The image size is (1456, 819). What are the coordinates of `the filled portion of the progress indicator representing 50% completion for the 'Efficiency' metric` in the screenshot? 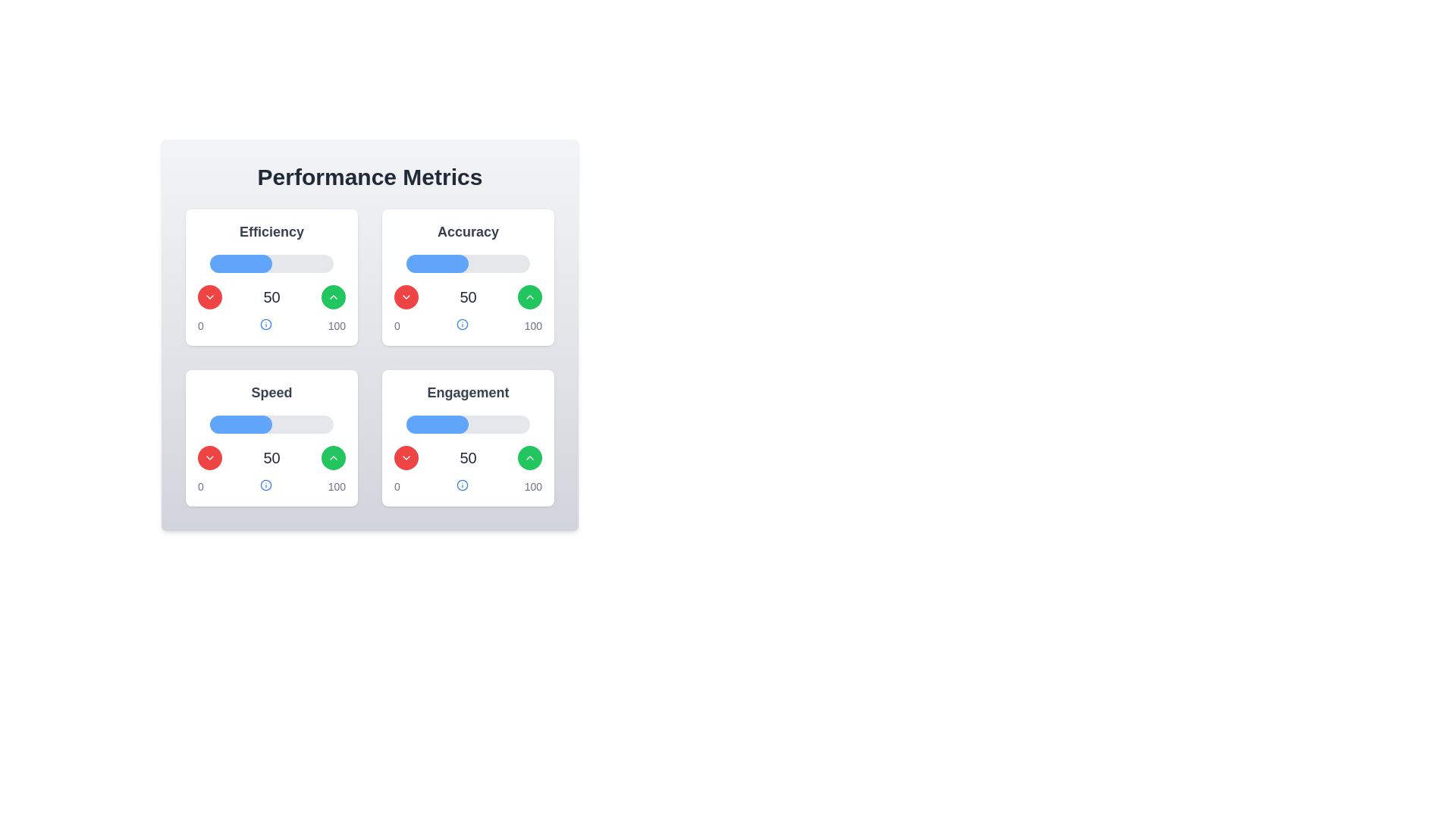 It's located at (240, 262).